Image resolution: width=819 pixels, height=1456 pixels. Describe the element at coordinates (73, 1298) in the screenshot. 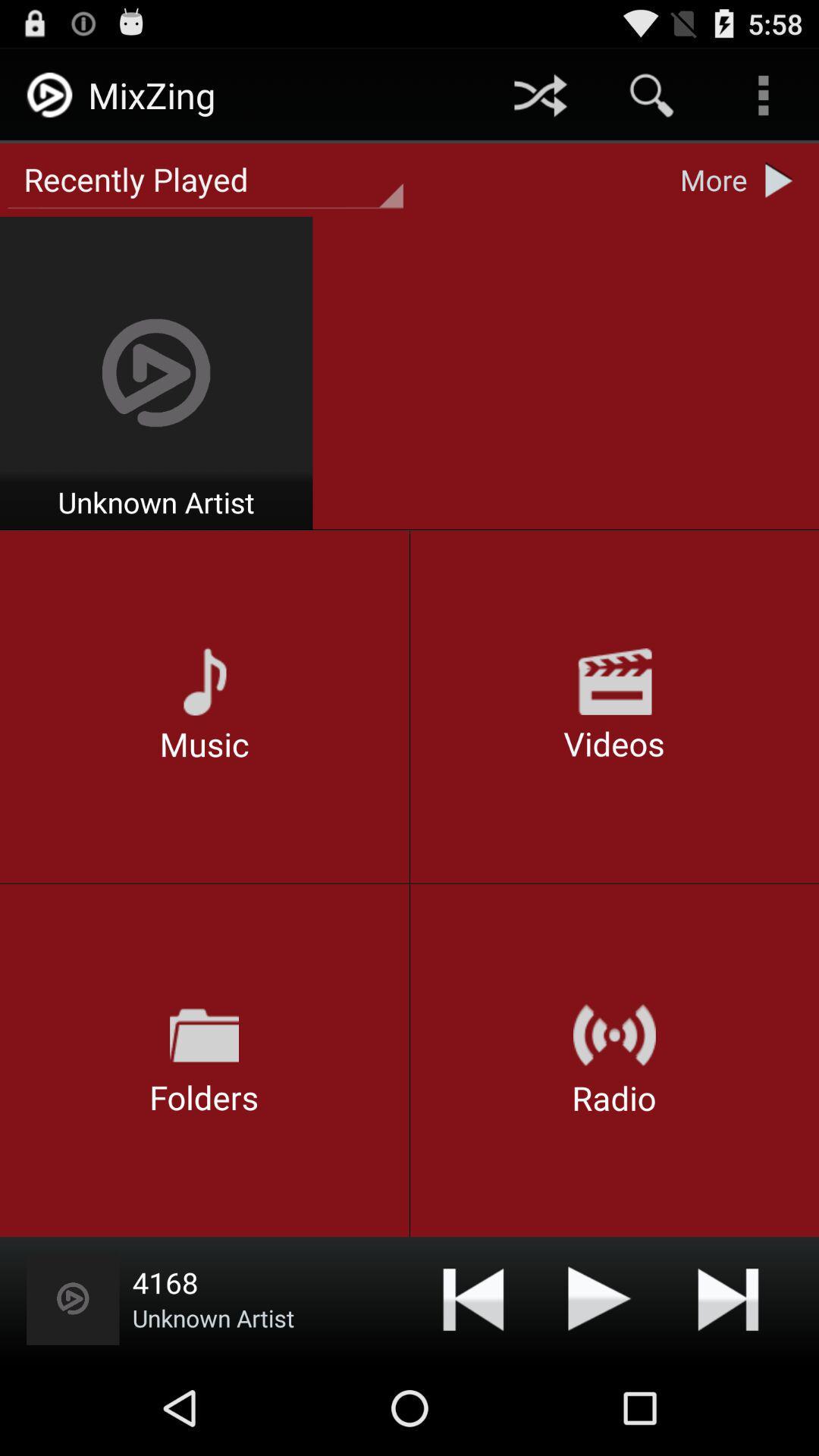

I see `album artwork cover` at that location.